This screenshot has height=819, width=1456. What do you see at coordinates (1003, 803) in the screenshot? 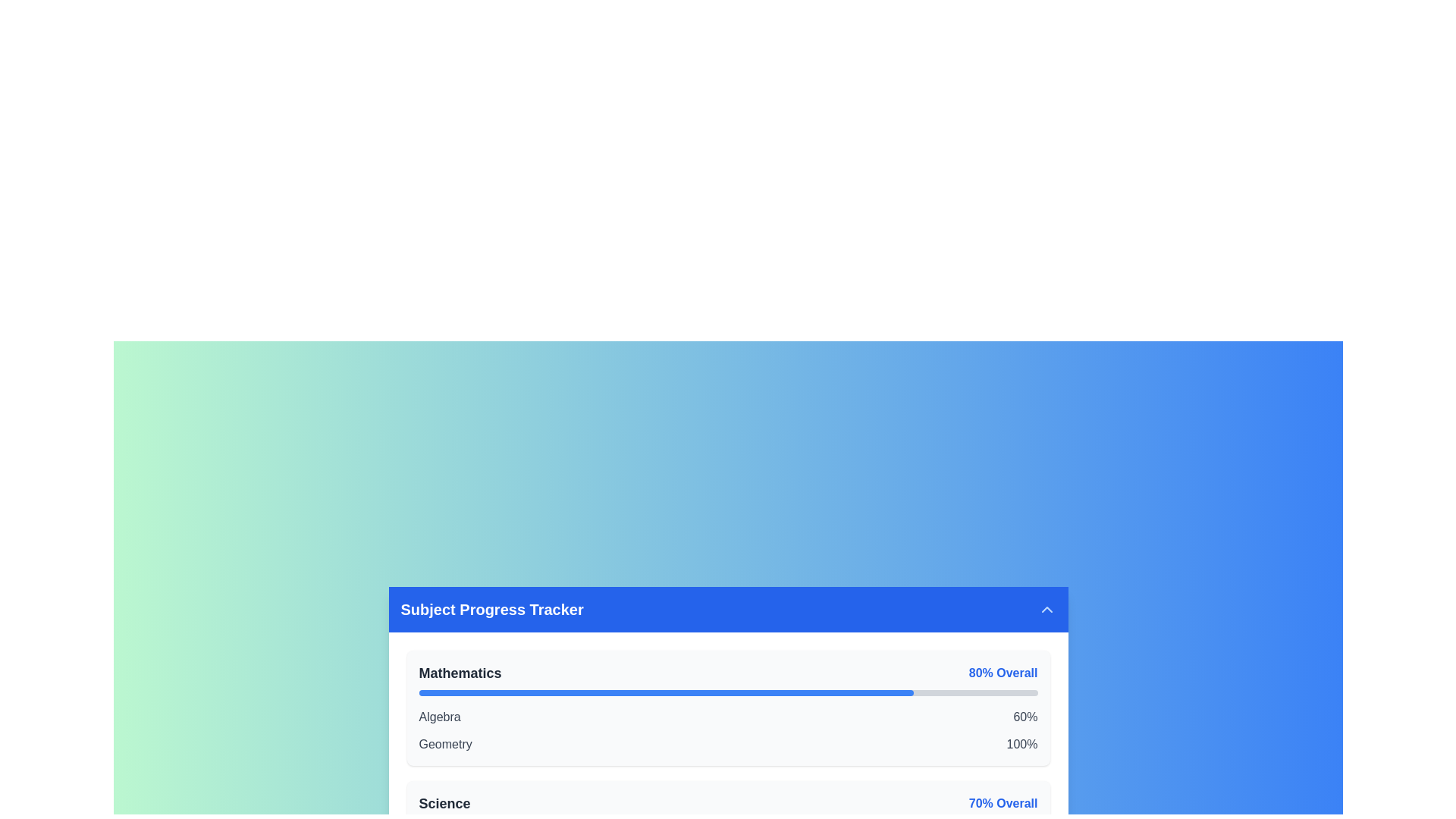
I see `the text label displaying '70% Overall', which is styled with a medium font size, blue color, and bold font weight, located in the 'Subject Progress Tracker' card under the 'Science' section` at bounding box center [1003, 803].